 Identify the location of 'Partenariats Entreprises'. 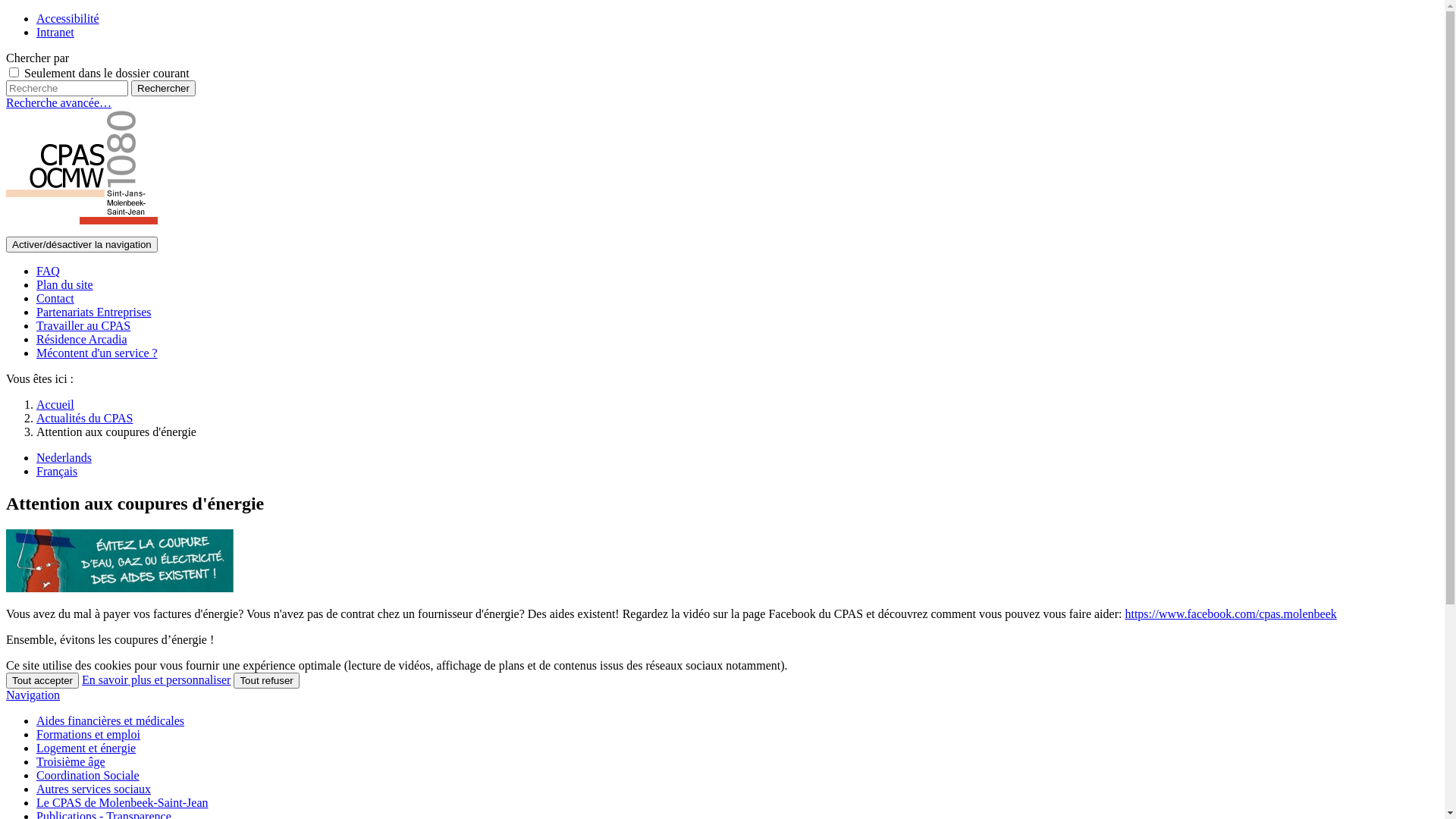
(93, 311).